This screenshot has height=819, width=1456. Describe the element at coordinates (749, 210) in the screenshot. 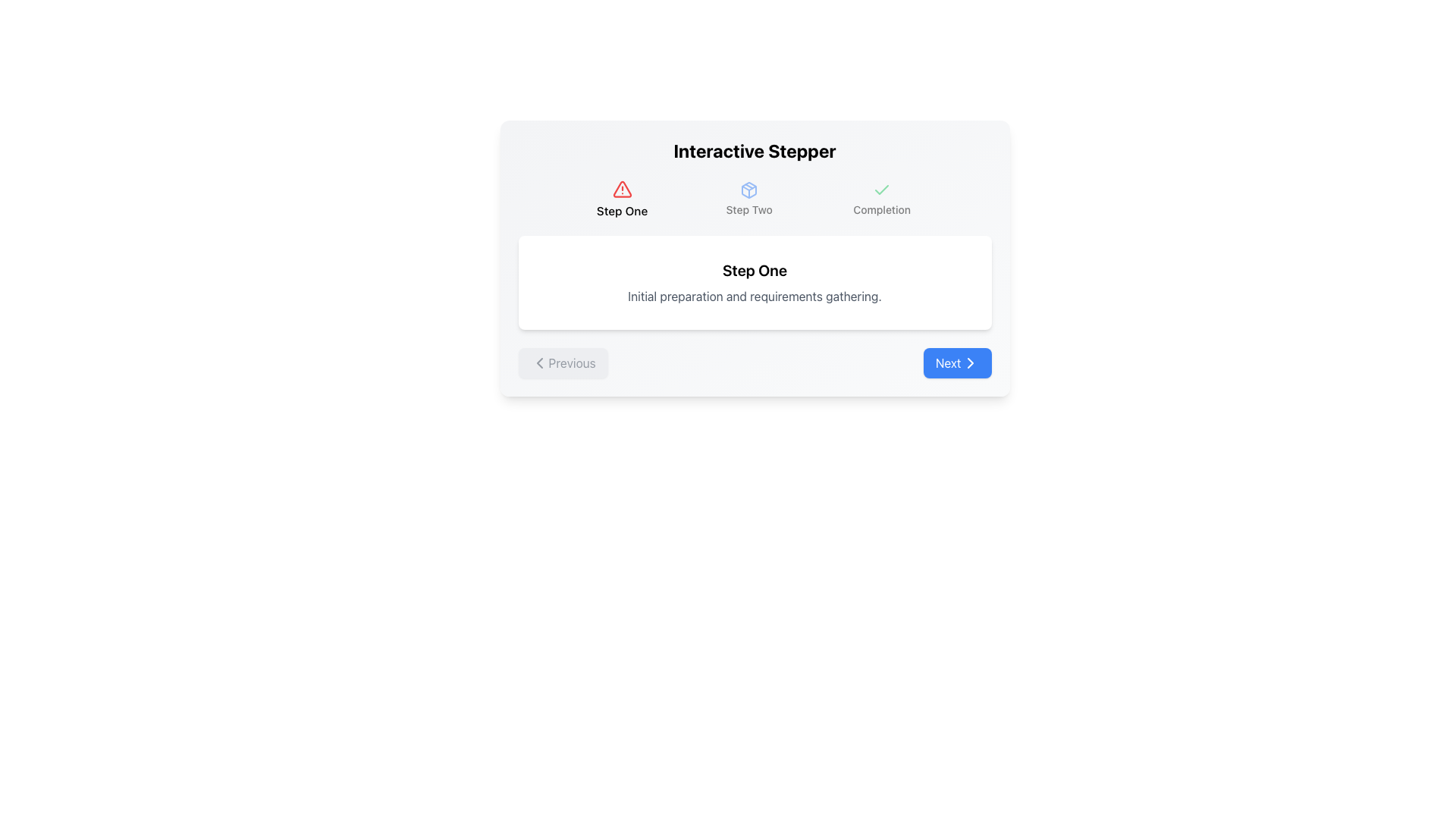

I see `the 'Step Two' text label, which is positioned beneath the icon for the second step in the stepper component` at that location.